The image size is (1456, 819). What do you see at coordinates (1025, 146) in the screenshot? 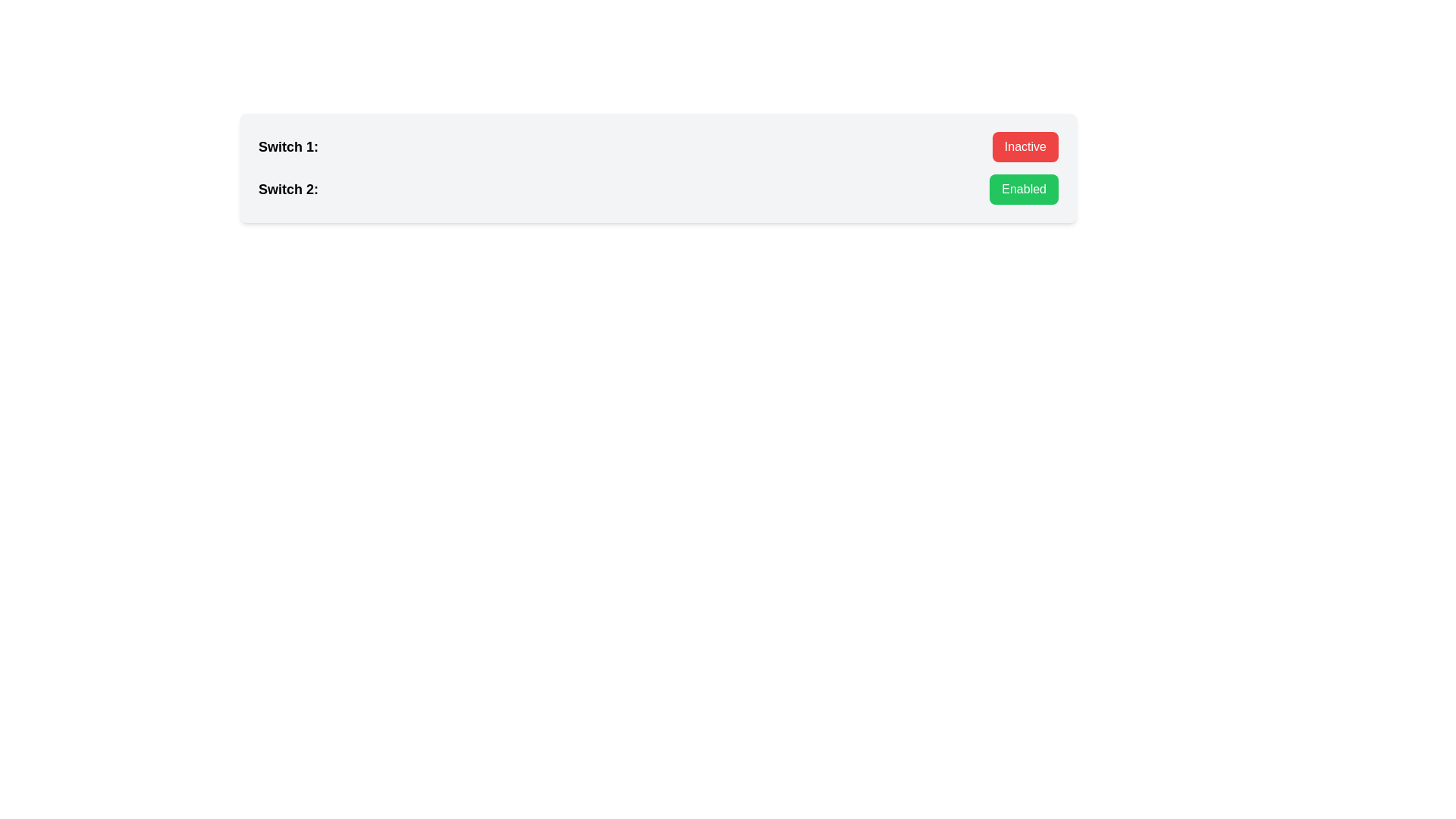
I see `the 'Inactive' button to toggle Switch 1 to the 'Active' state` at bounding box center [1025, 146].